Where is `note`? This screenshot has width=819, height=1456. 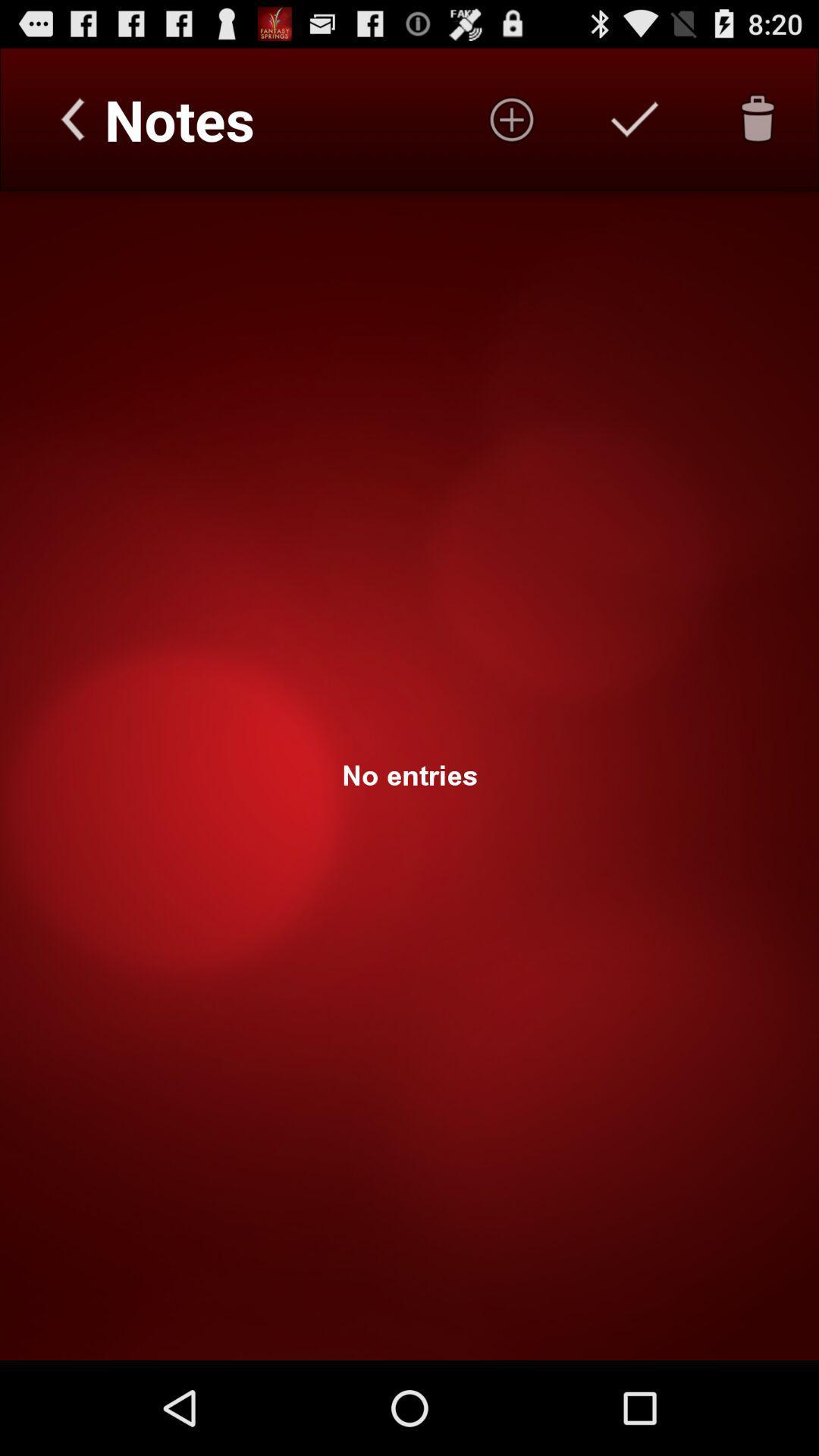 note is located at coordinates (635, 118).